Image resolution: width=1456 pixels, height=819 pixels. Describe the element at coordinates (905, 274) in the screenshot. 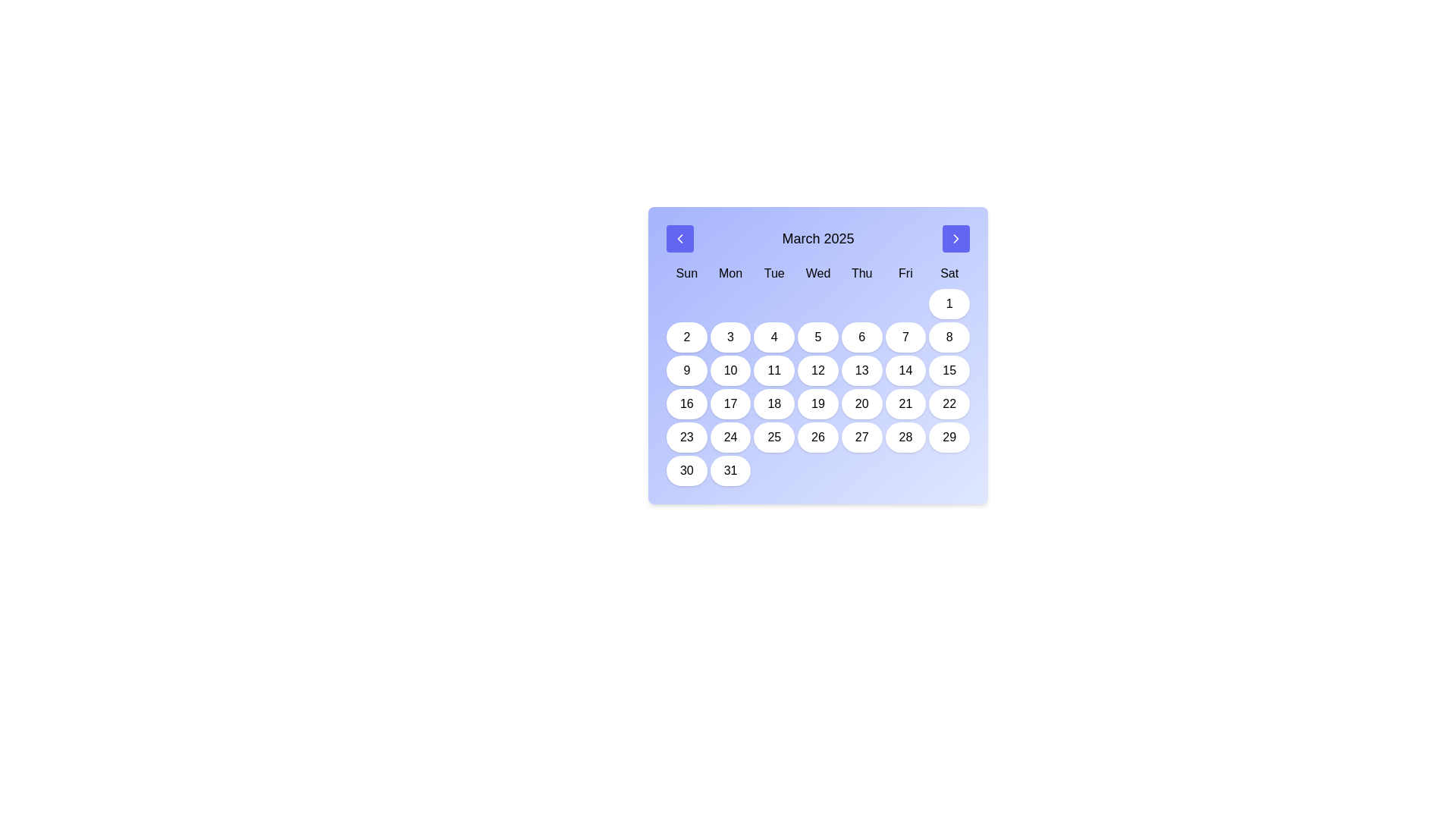

I see `the Text Label for Friday in the calendar interface, which is the sixth element in the row of weekday labels` at that location.